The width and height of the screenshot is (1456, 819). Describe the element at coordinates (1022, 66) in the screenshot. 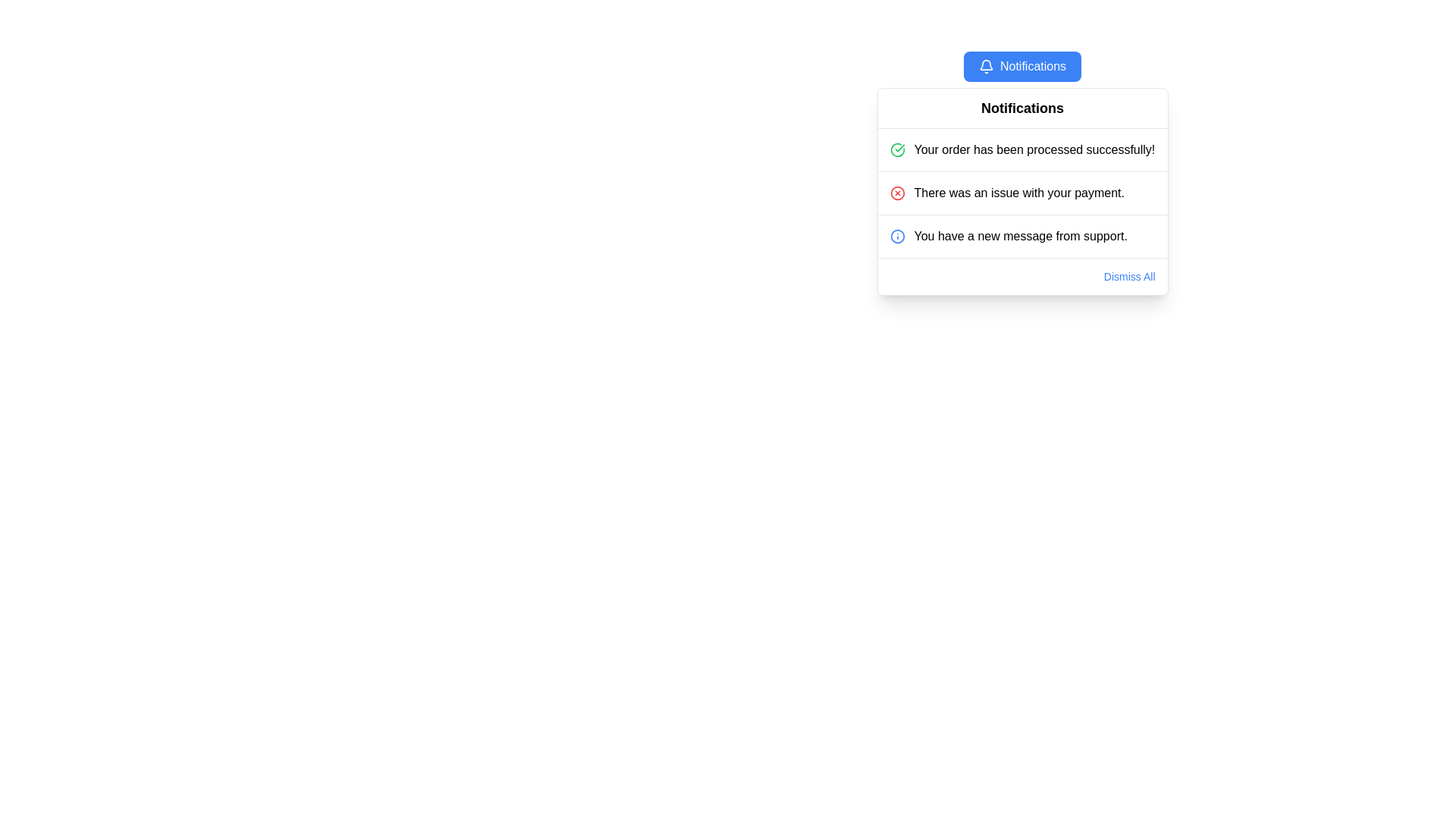

I see `the 'Notifications' button located at the top center of the notification panel` at that location.